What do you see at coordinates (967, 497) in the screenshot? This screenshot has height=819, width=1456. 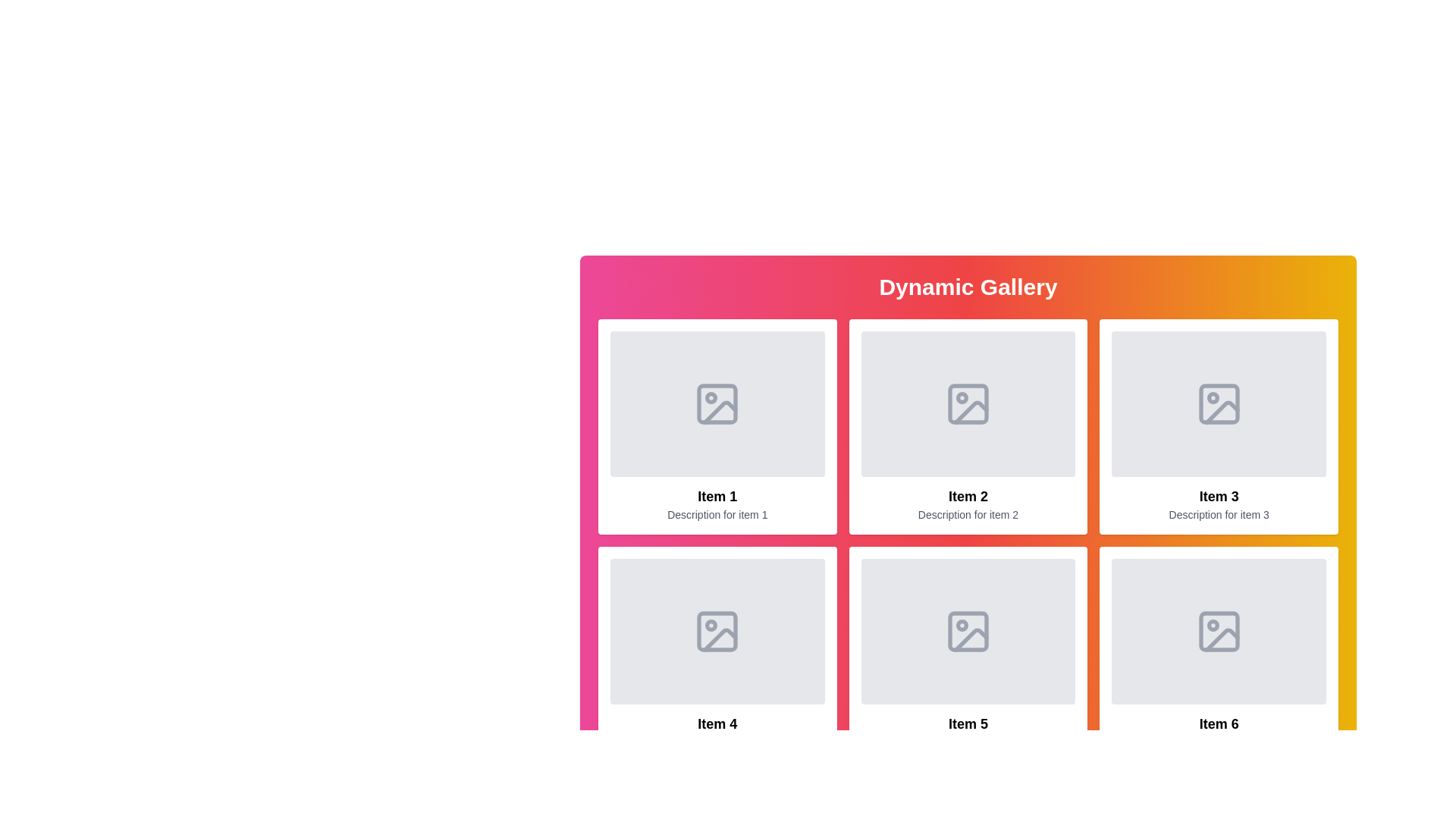 I see `the Text label that serves as the title for the second item in the 'Dynamic Gallery', located below the image placeholder and above the descriptive text` at bounding box center [967, 497].